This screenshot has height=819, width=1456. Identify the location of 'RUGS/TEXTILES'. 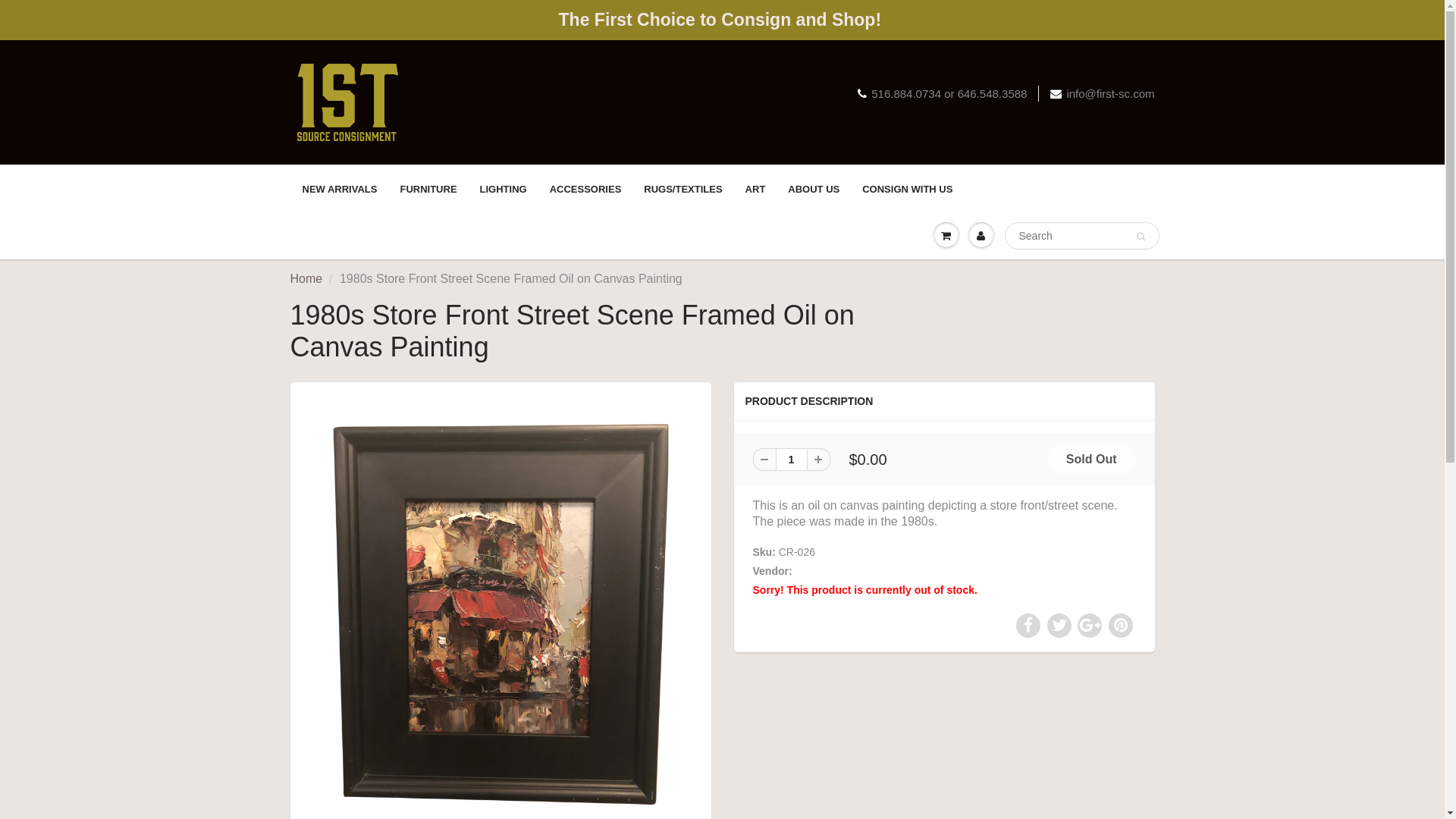
(682, 189).